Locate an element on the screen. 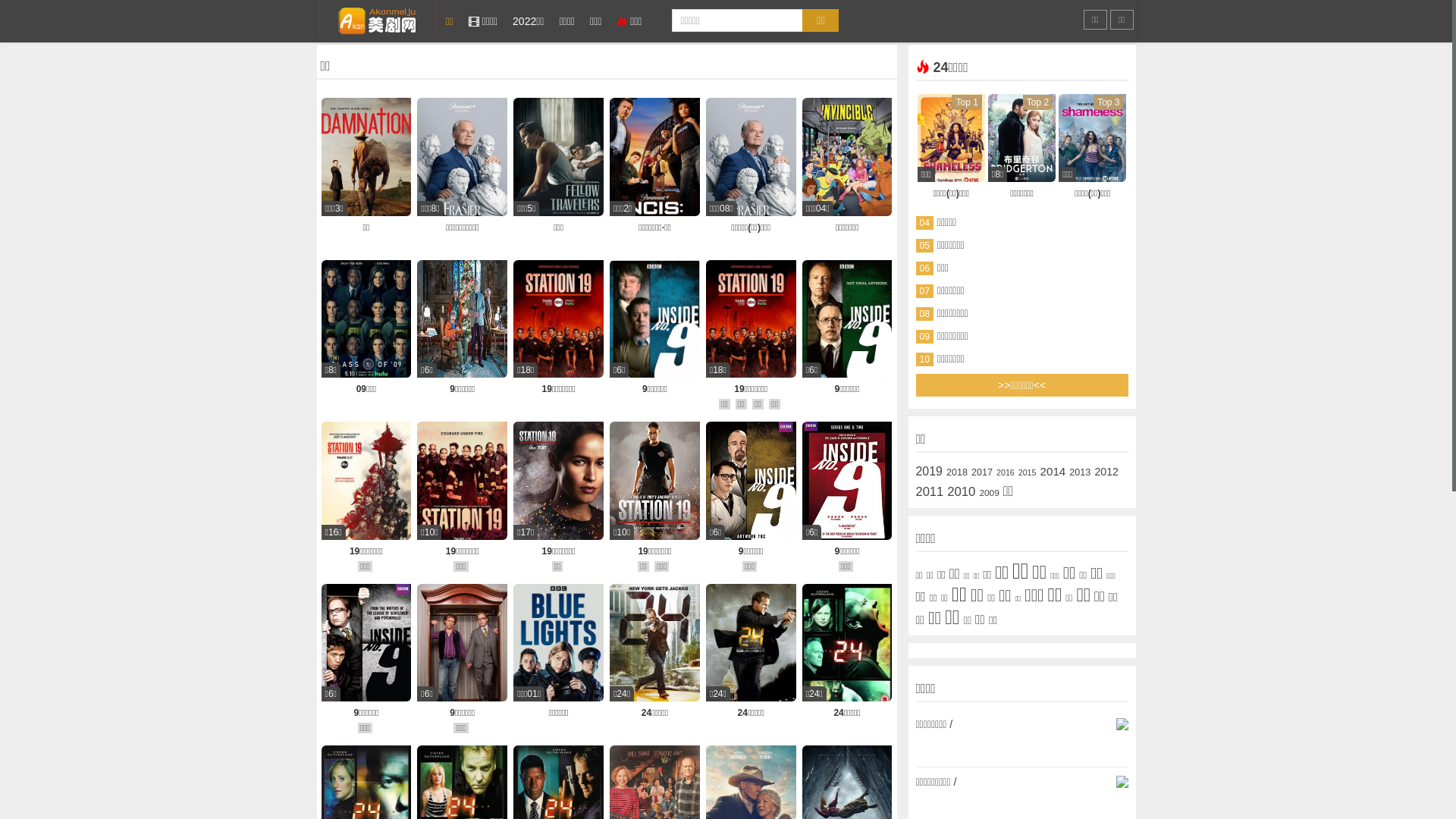  '2010' is located at coordinates (960, 491).